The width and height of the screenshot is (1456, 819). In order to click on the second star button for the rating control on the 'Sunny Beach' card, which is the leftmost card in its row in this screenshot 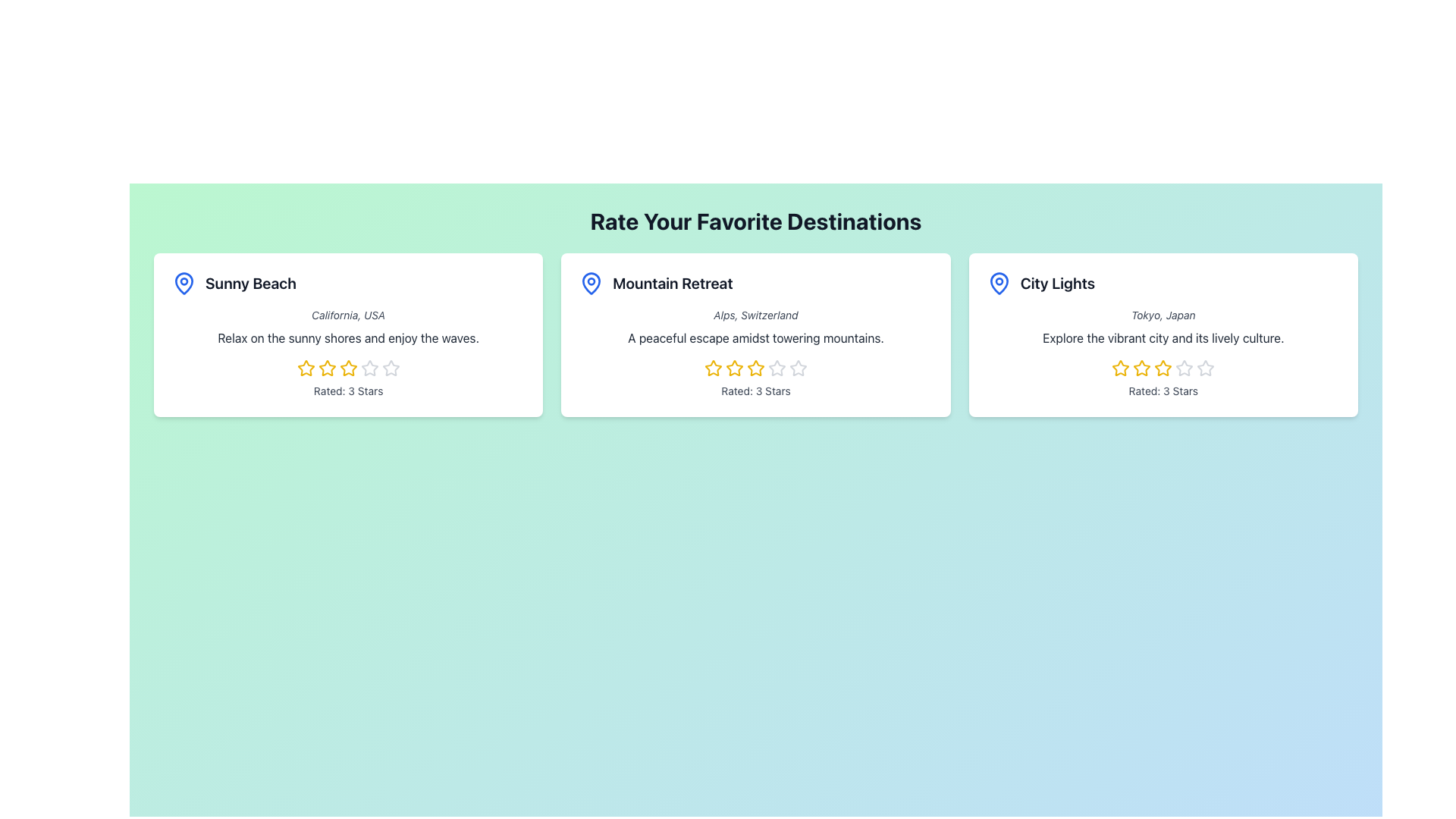, I will do `click(326, 368)`.